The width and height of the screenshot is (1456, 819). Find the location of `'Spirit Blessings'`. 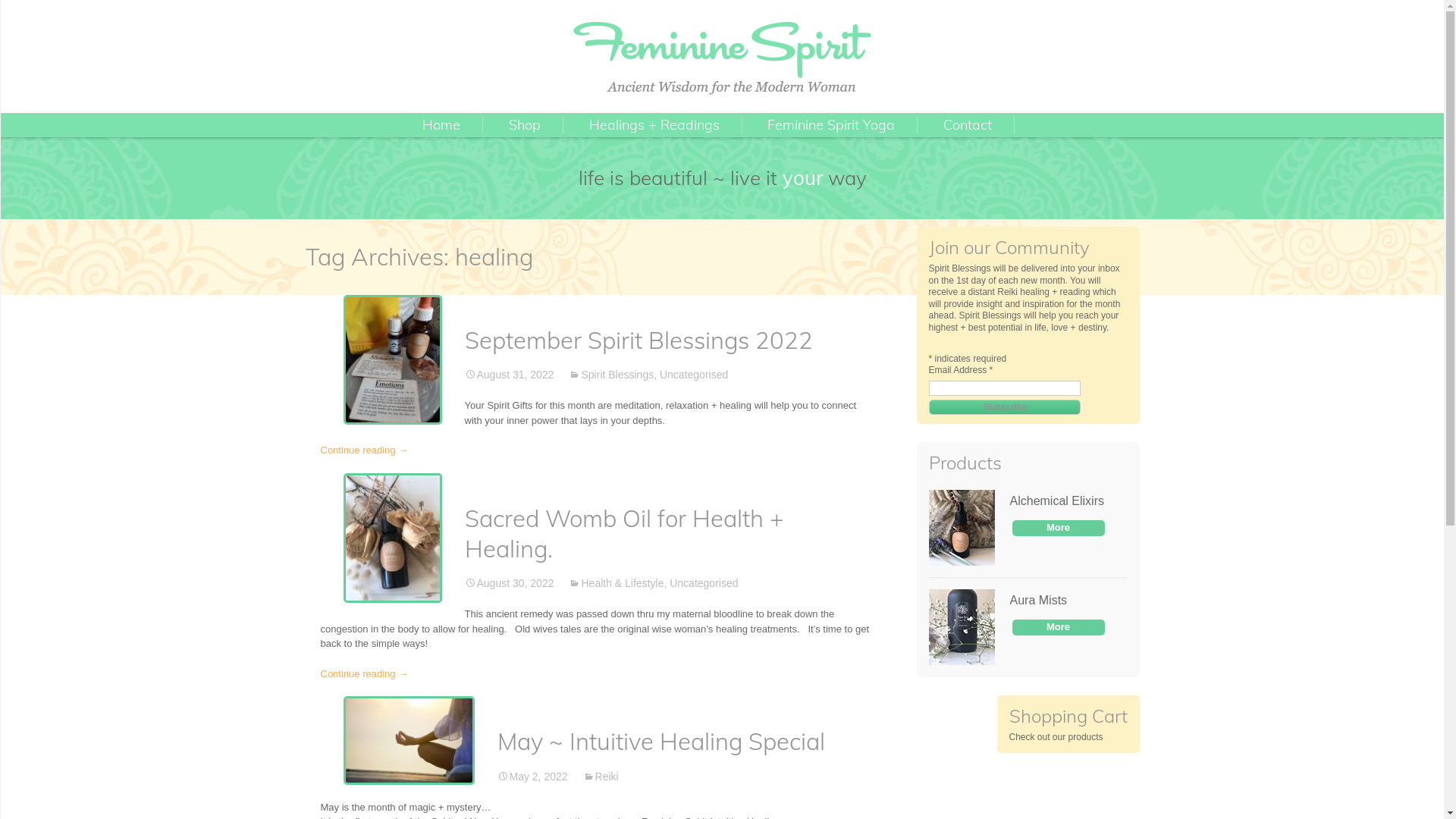

'Spirit Blessings' is located at coordinates (611, 374).